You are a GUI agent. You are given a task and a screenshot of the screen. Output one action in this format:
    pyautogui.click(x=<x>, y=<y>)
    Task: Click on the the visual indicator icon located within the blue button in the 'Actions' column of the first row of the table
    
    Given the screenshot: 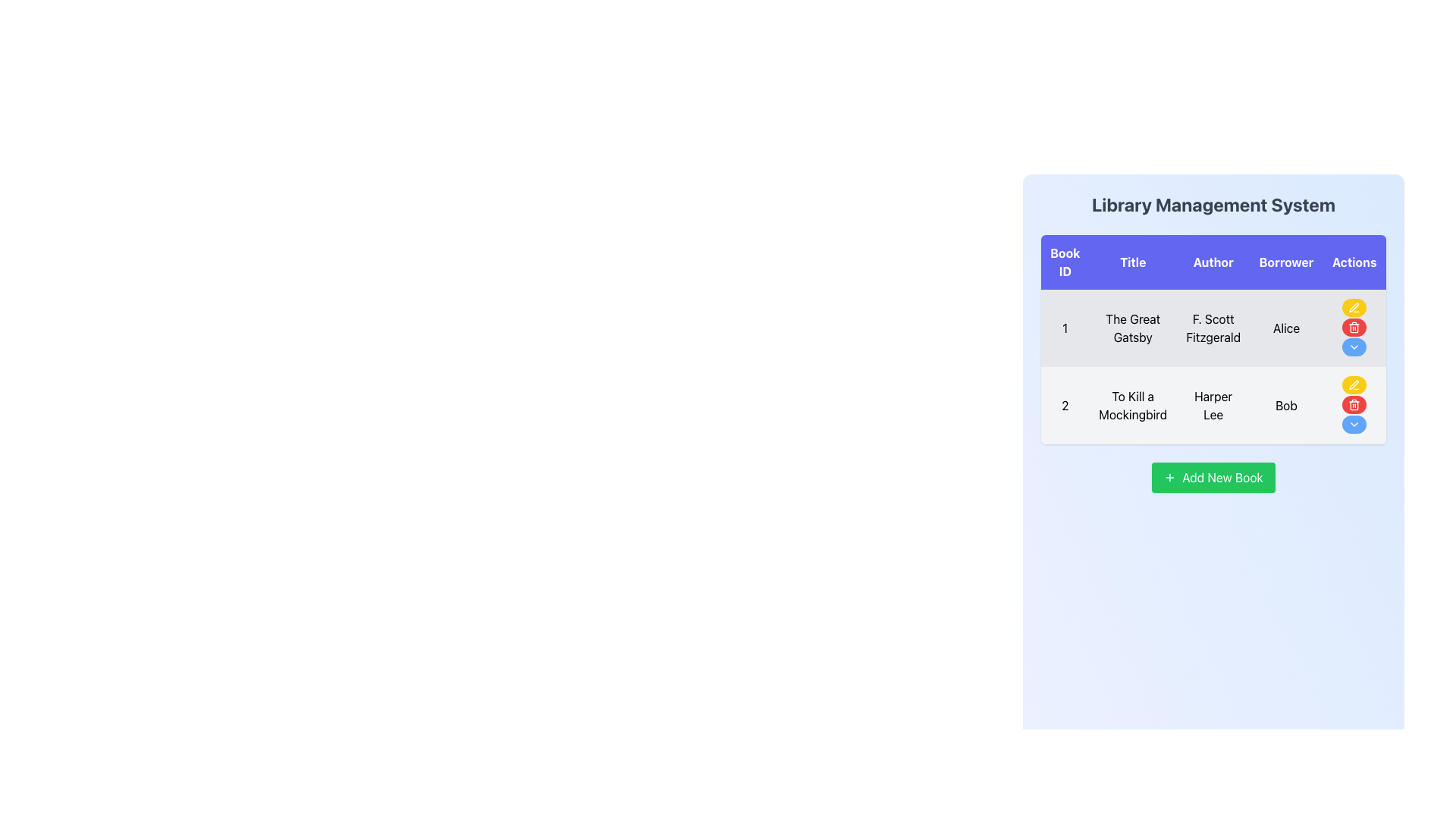 What is the action you would take?
    pyautogui.click(x=1354, y=424)
    